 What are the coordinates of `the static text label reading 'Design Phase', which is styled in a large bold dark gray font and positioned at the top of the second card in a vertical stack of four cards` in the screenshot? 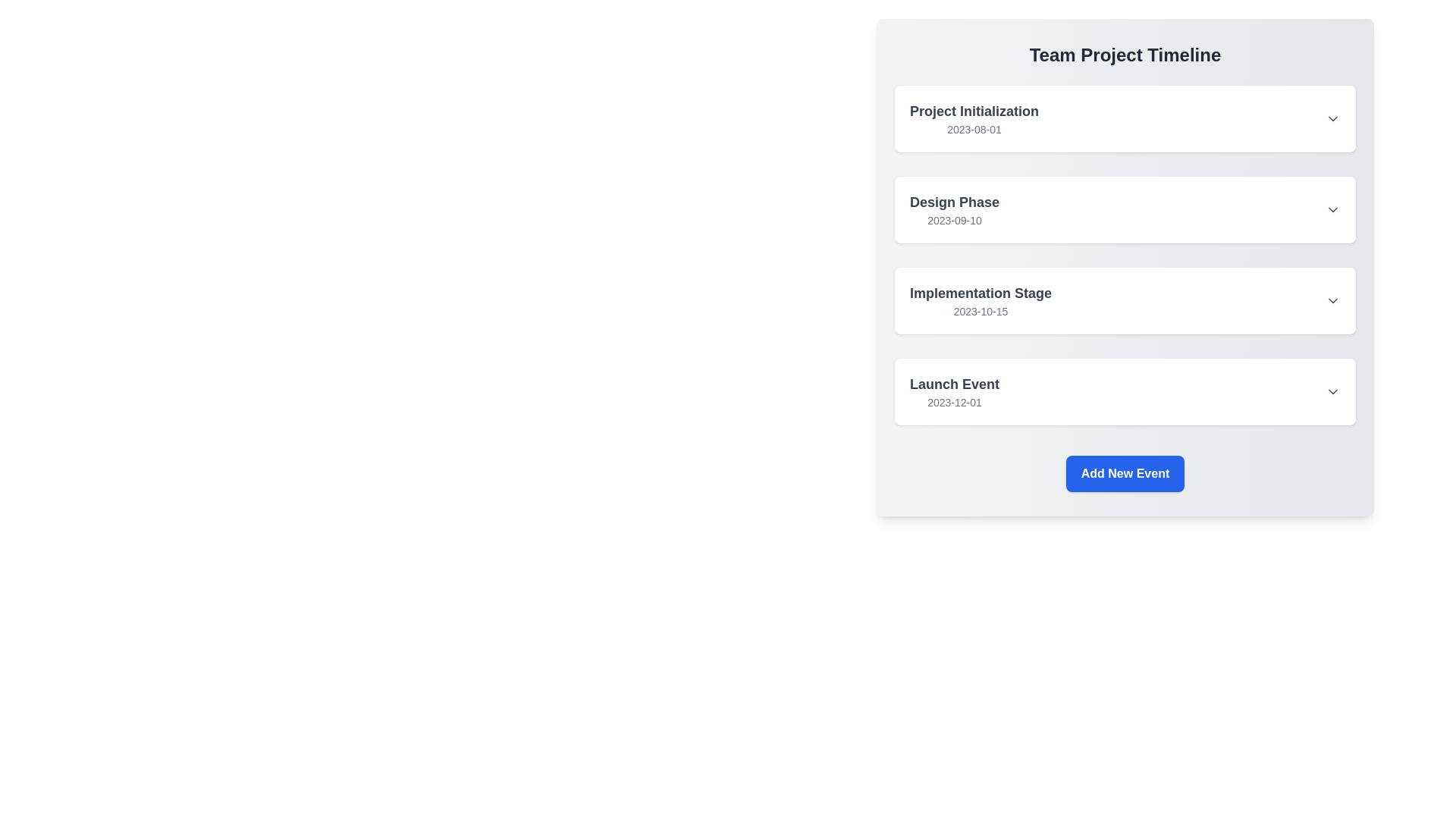 It's located at (953, 201).